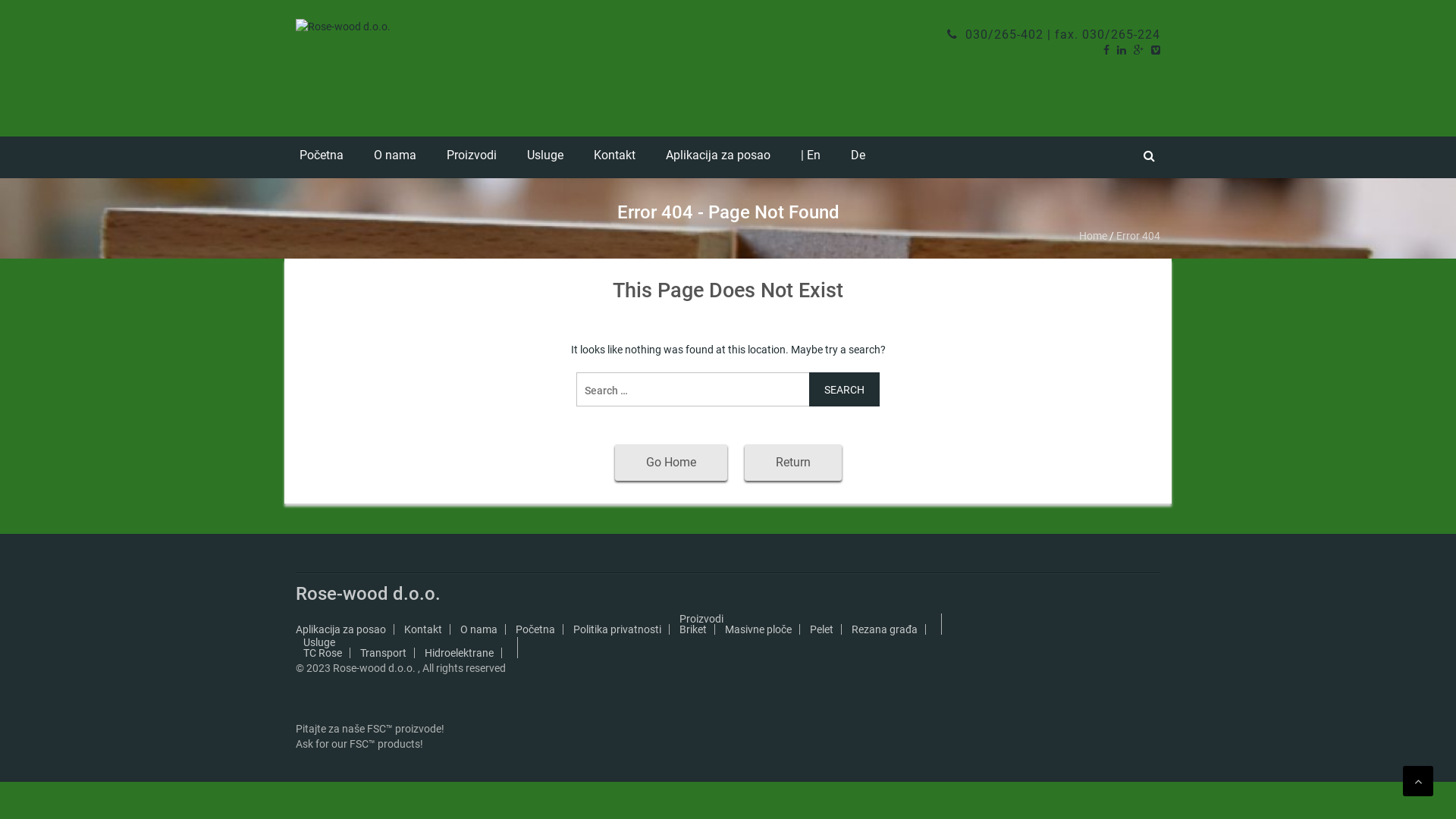 The width and height of the screenshot is (1456, 819). What do you see at coordinates (792, 461) in the screenshot?
I see `'Return'` at bounding box center [792, 461].